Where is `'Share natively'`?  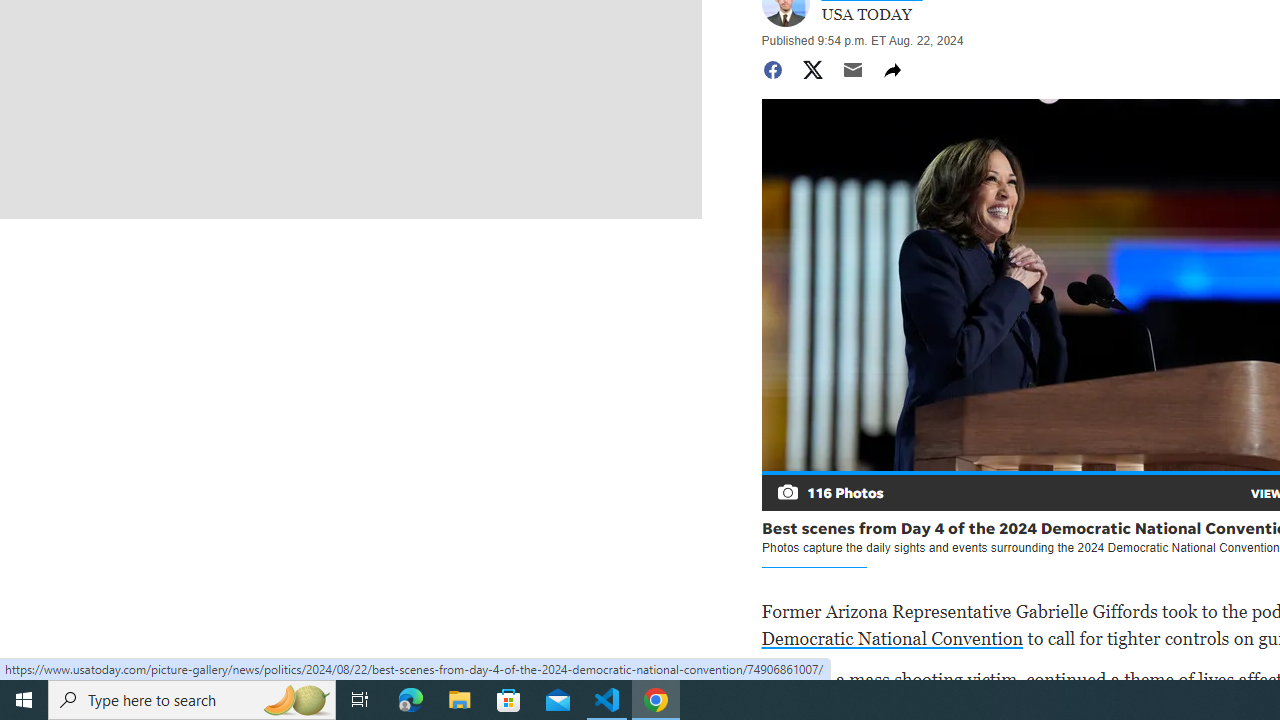
'Share natively' is located at coordinates (891, 68).